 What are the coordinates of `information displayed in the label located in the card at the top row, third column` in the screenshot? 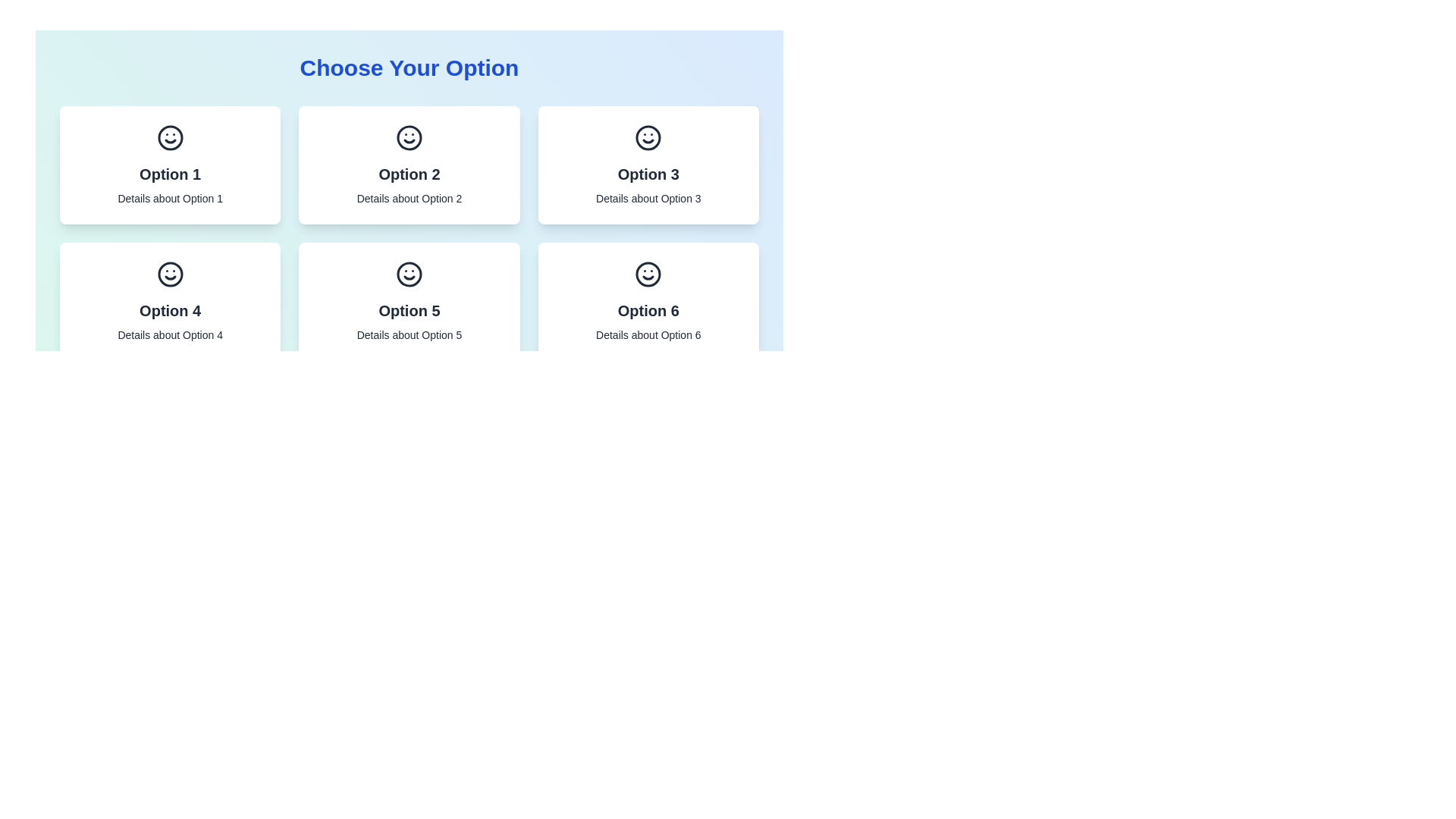 It's located at (648, 174).